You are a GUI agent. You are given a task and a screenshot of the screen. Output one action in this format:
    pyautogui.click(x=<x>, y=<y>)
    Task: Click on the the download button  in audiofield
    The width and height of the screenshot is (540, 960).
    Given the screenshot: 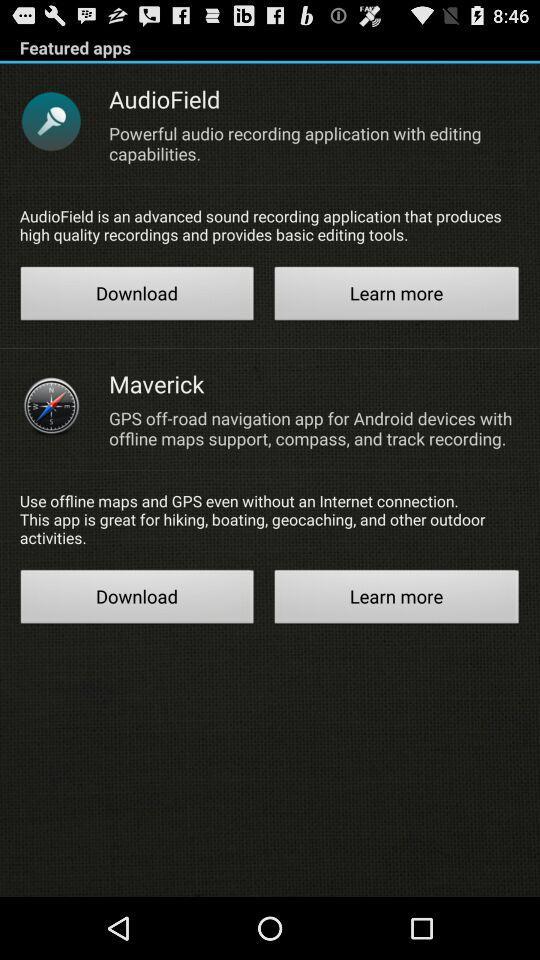 What is the action you would take?
    pyautogui.click(x=136, y=295)
    